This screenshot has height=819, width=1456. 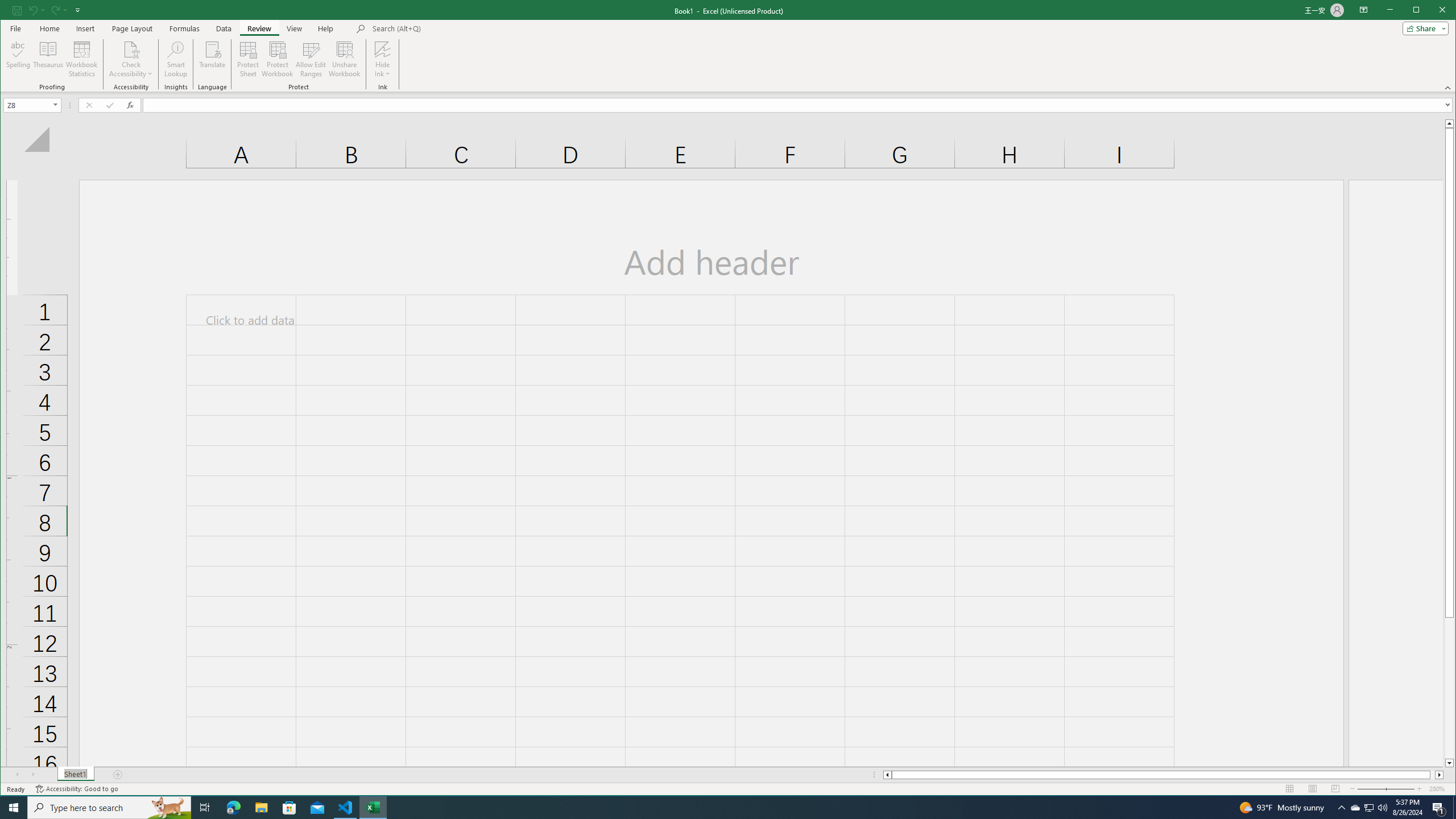 I want to click on 'Protect Sheet...', so click(x=248, y=59).